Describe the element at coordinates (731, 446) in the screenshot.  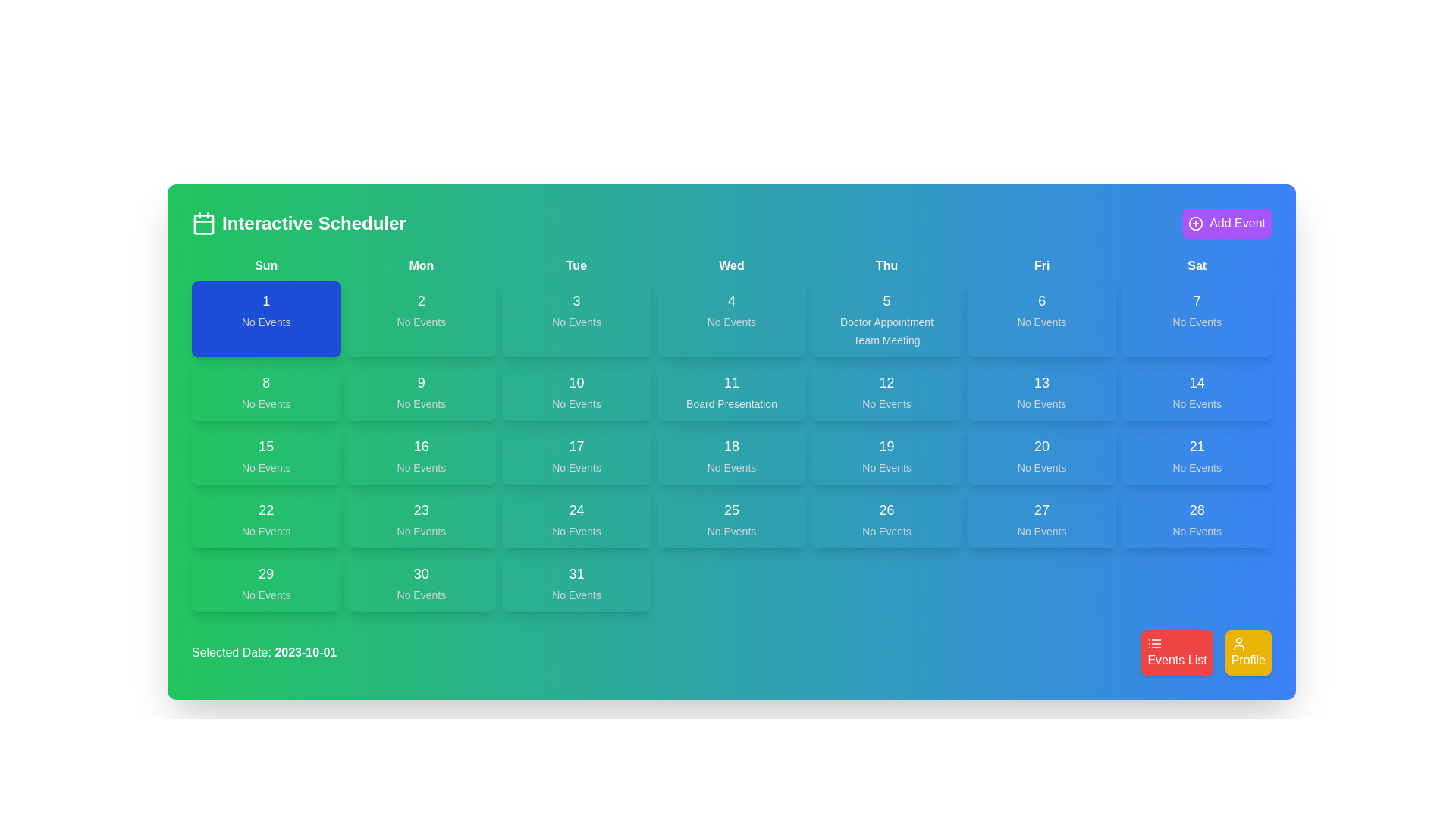
I see `the non-interactive text displaying the date '18' in the upper part of the calendar cell for October 18th, located in the third row and fourth column of the calendar grid` at that location.